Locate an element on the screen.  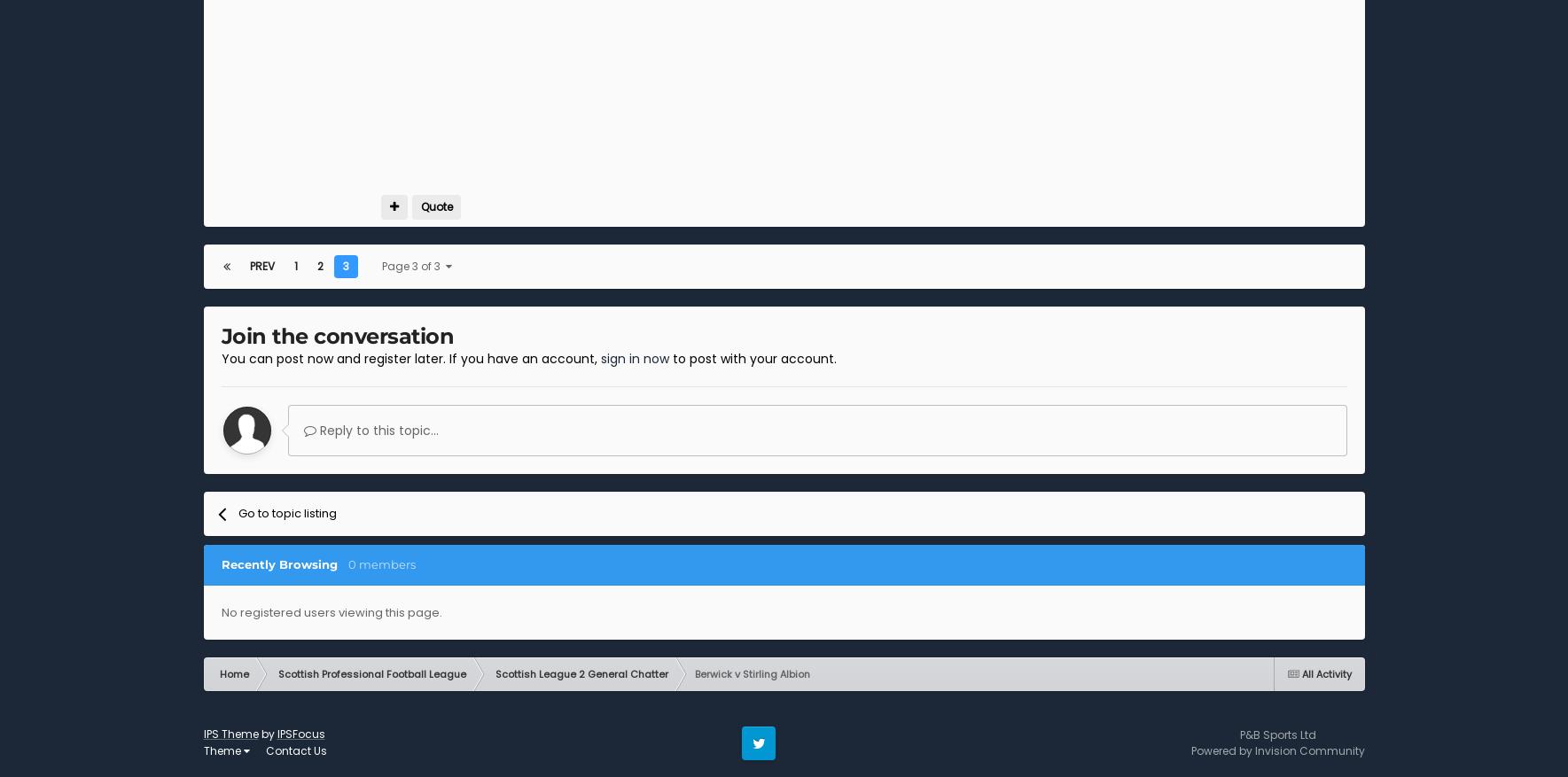
'0 members' is located at coordinates (380, 563).